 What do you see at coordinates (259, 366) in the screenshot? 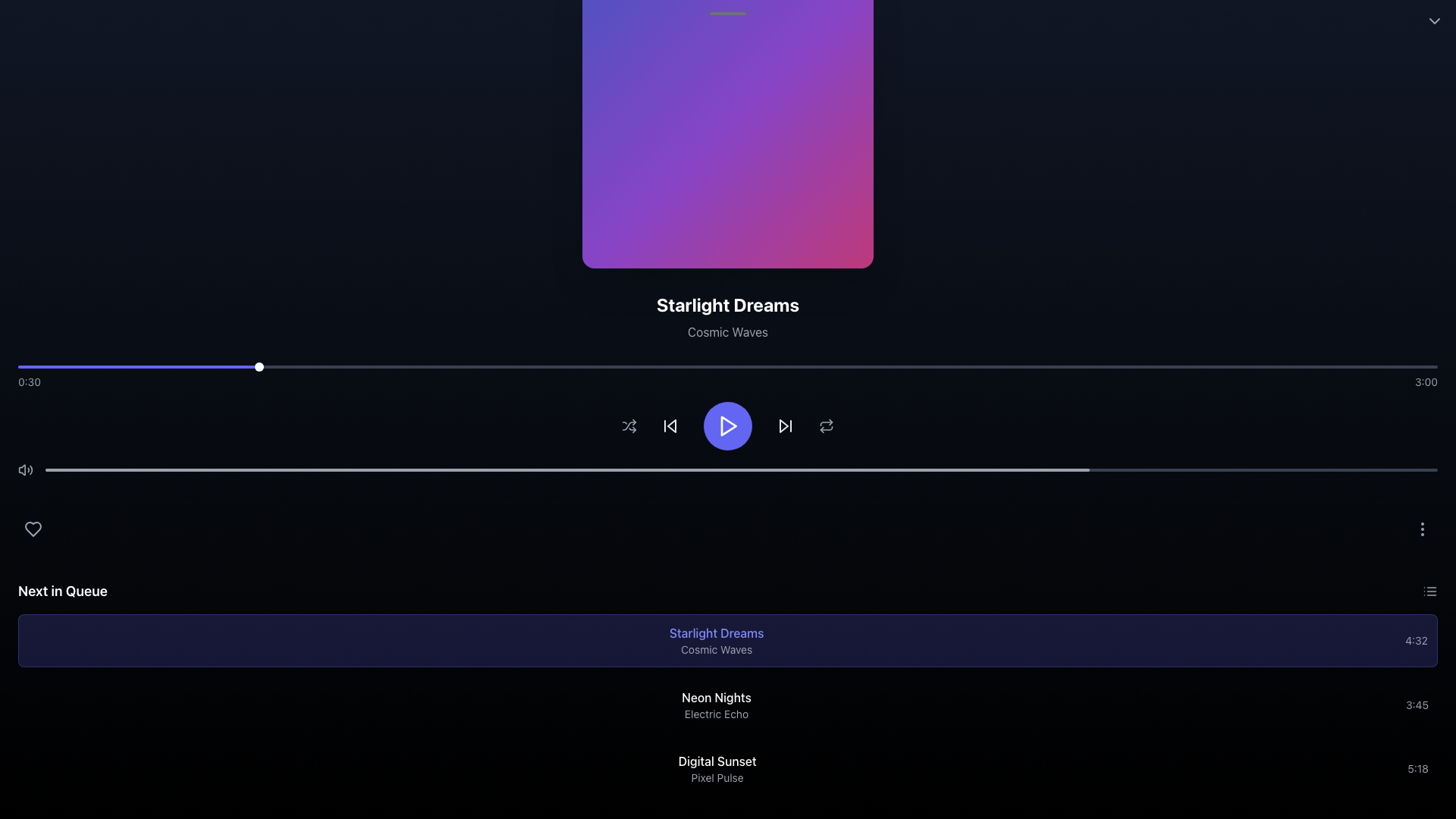
I see `the Progress indicator which represents the current playback position on the media progress bar, located approximately 16.67% from the left edge` at bounding box center [259, 366].